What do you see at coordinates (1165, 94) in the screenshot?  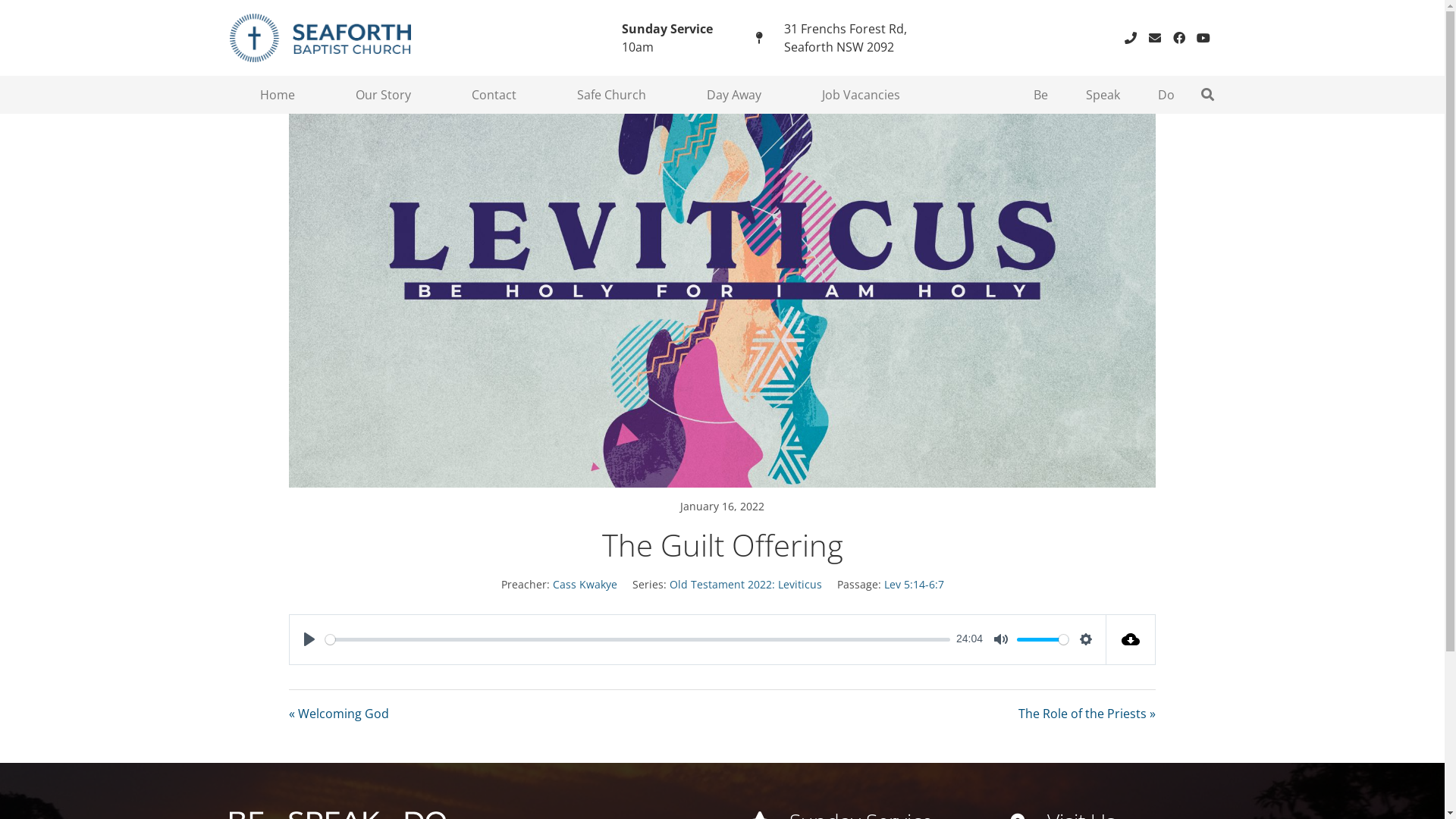 I see `'Do'` at bounding box center [1165, 94].